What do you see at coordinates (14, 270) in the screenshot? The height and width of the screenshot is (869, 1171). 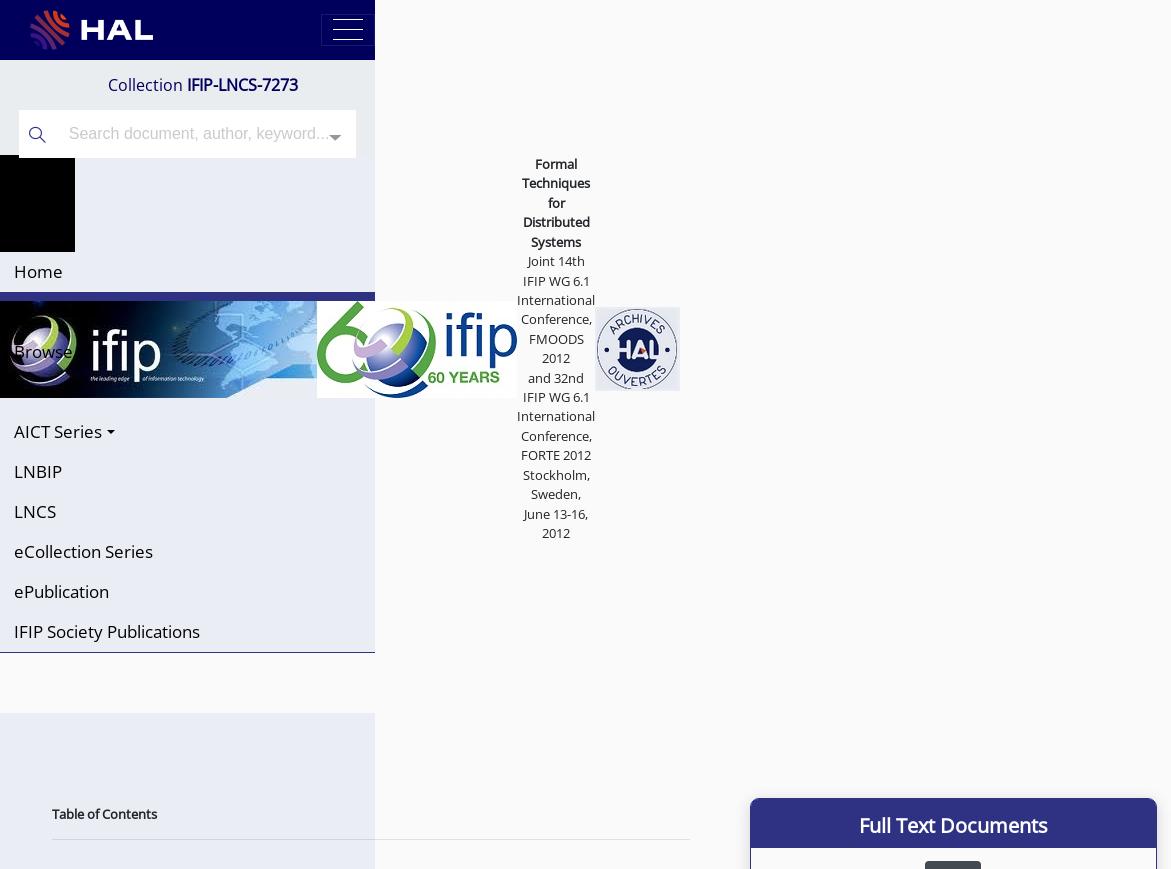 I see `'Home'` at bounding box center [14, 270].